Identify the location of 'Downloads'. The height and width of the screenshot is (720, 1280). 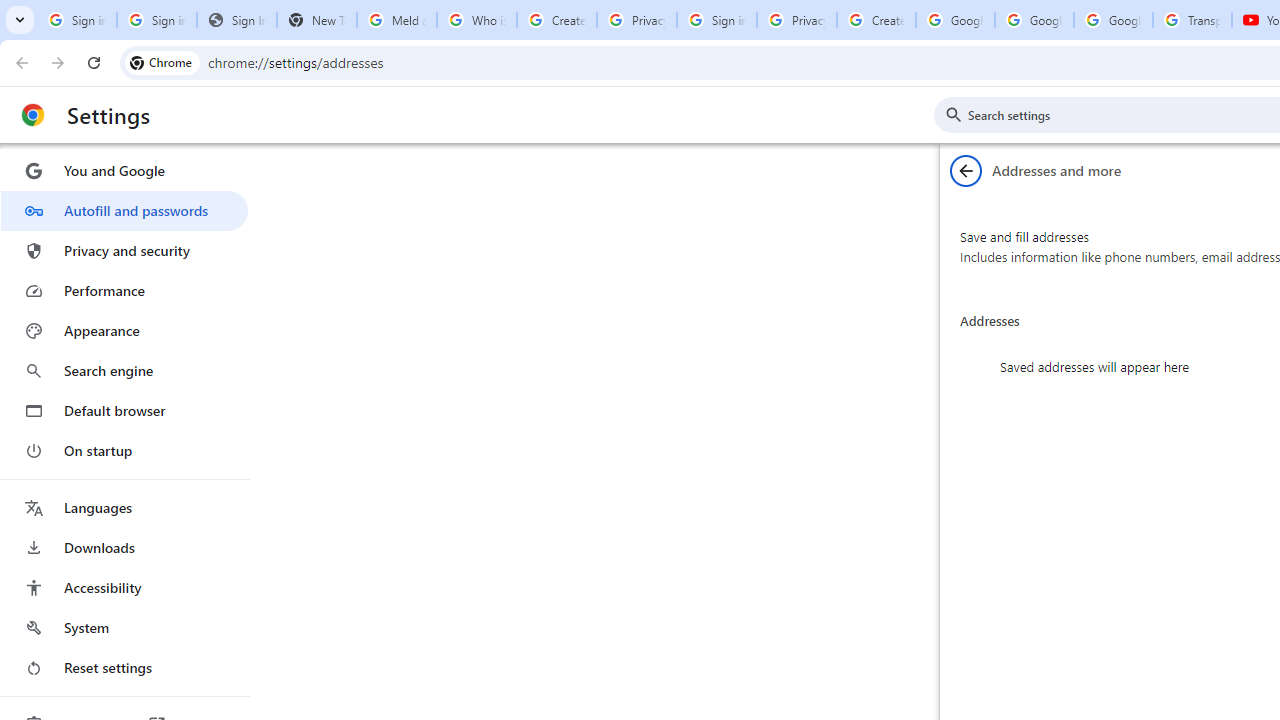
(123, 547).